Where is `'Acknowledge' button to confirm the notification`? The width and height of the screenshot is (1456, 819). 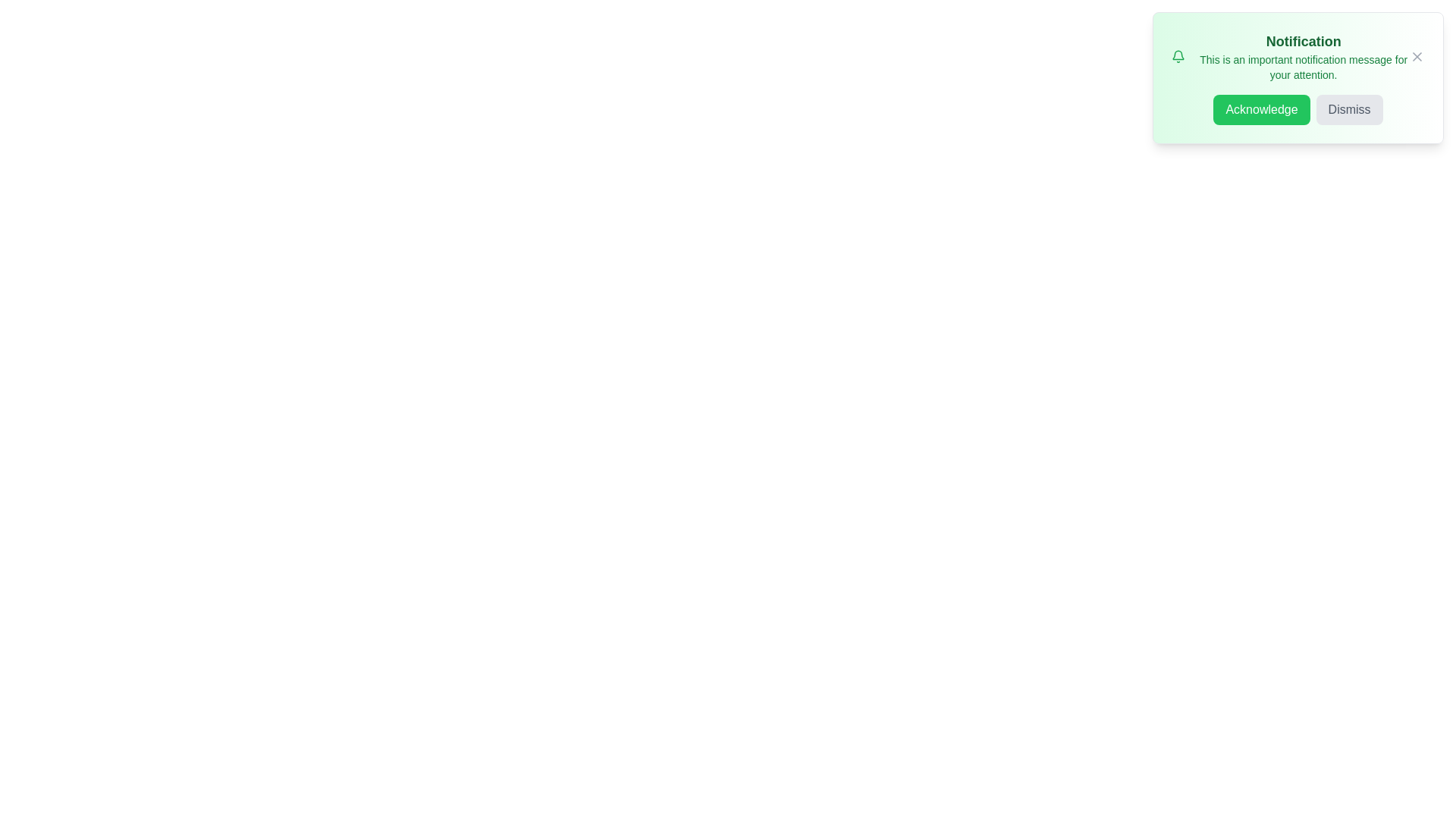
'Acknowledge' button to confirm the notification is located at coordinates (1262, 109).